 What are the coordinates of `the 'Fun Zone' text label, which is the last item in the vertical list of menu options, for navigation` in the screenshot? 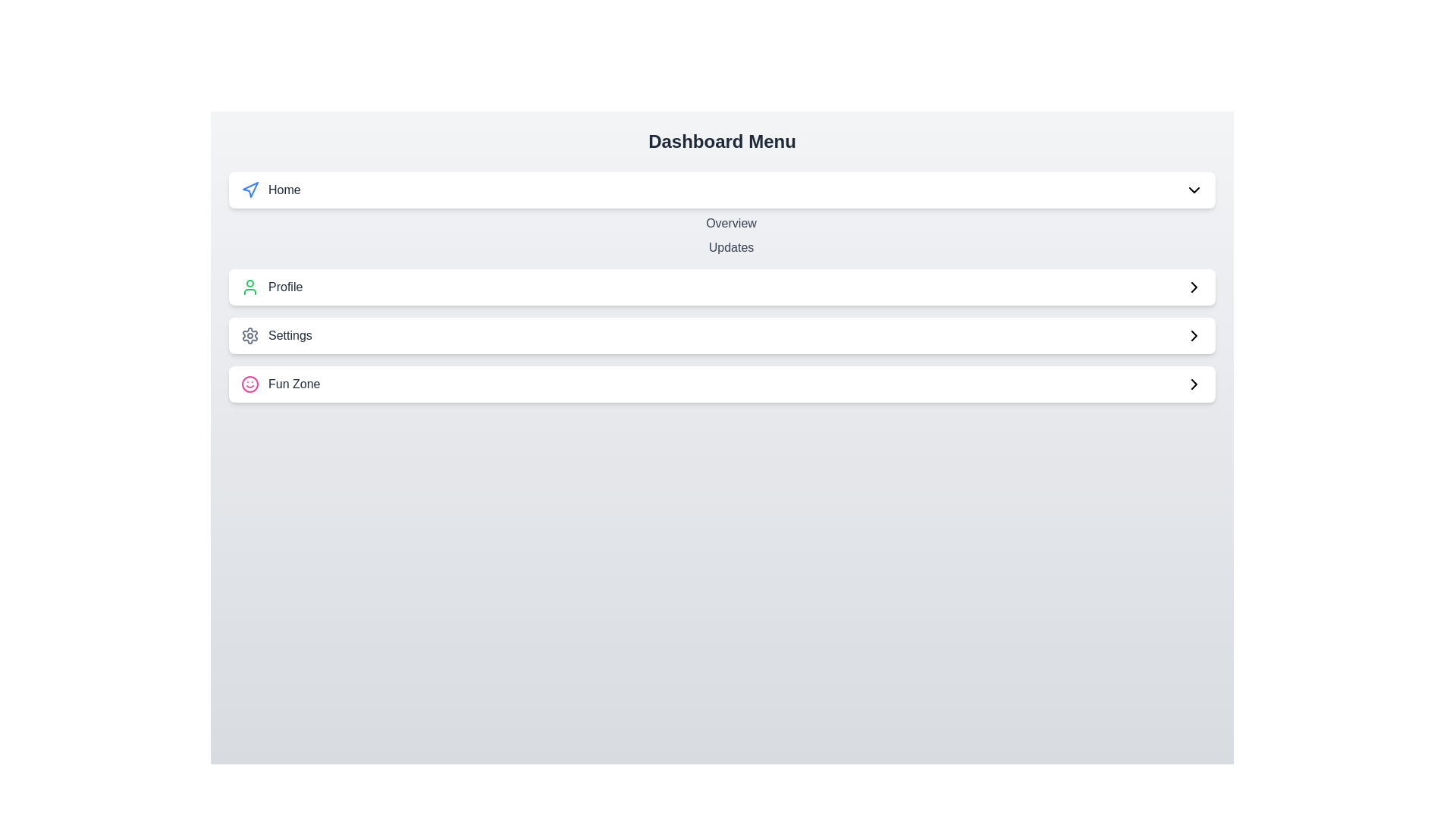 It's located at (294, 383).